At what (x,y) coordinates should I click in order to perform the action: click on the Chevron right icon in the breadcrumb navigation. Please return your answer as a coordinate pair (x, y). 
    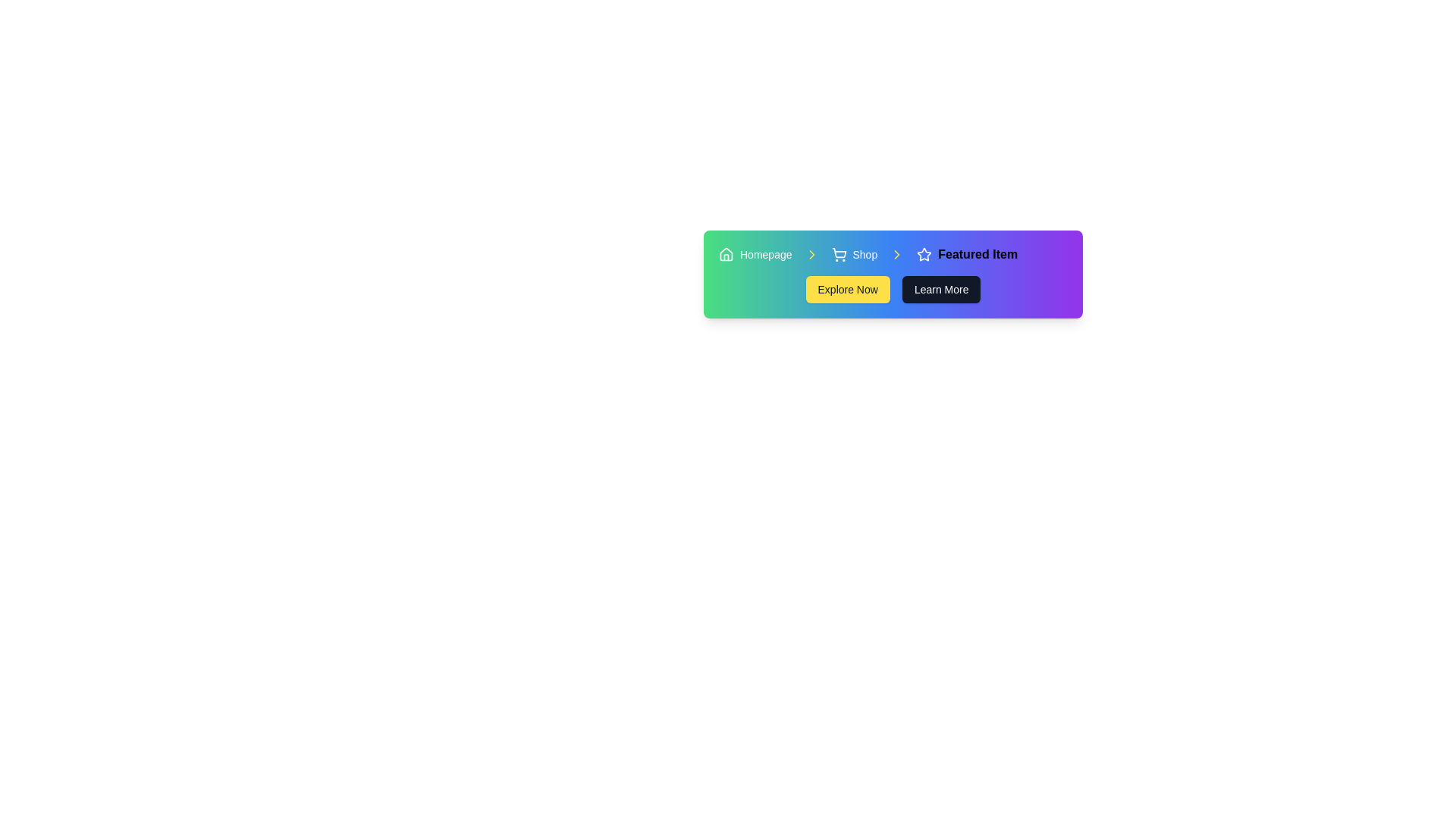
    Looking at the image, I should click on (897, 253).